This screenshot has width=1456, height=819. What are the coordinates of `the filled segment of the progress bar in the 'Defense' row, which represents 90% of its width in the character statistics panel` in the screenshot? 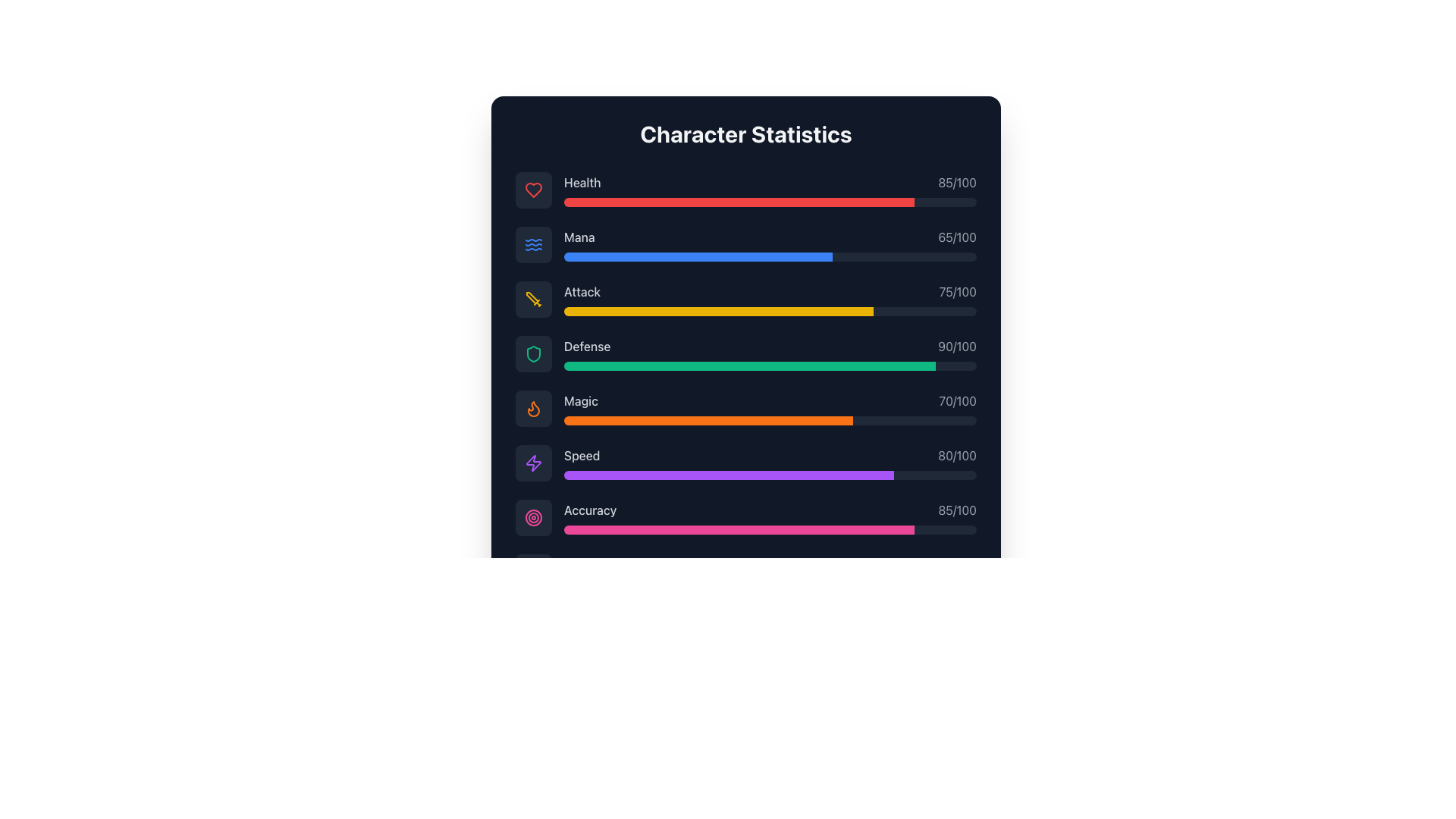 It's located at (749, 366).